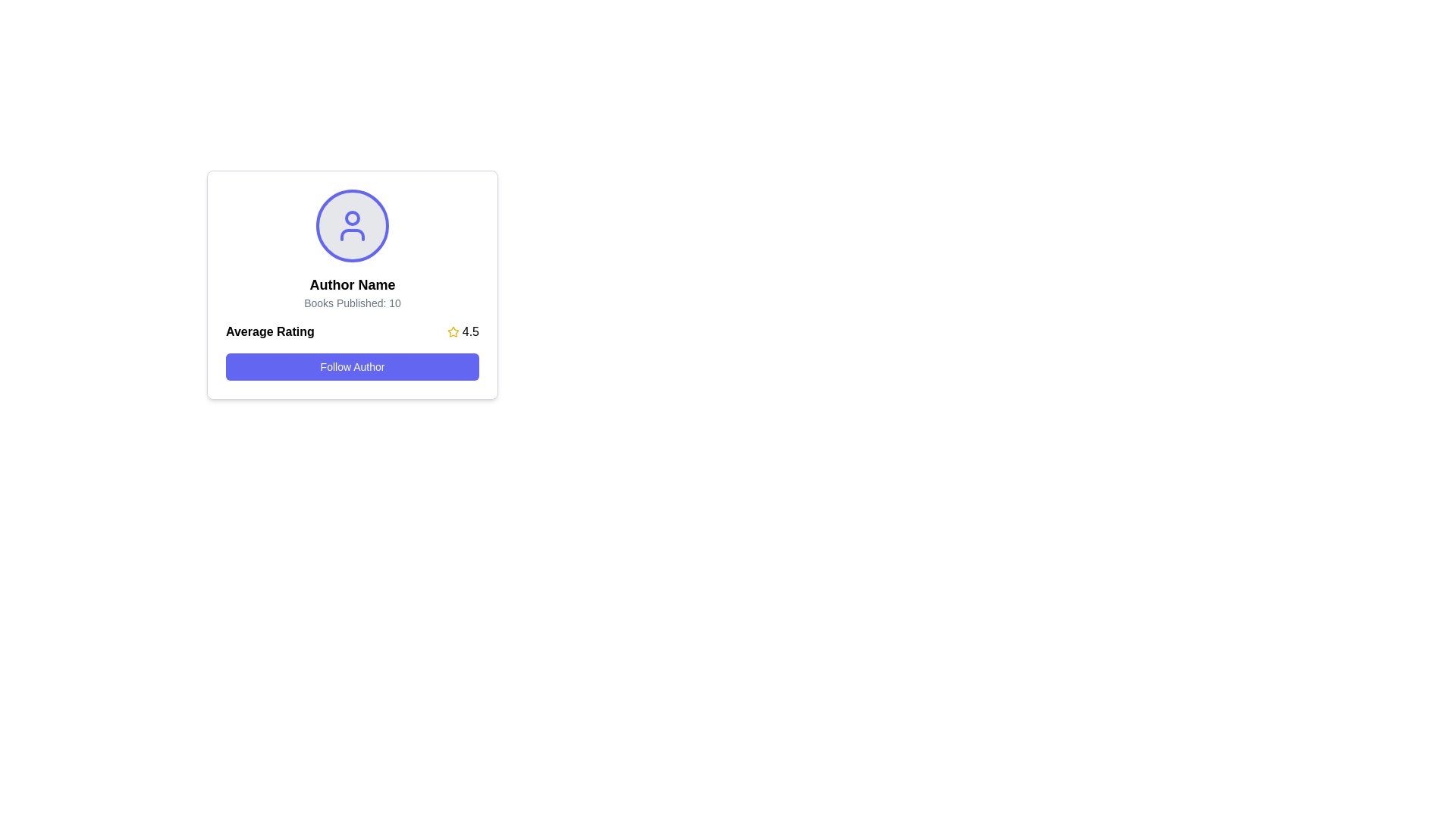 The width and height of the screenshot is (1456, 819). I want to click on the rating Icon that visually represents the average rating value, located to the right of the 'Average Rating' label and numeric value, so click(452, 331).